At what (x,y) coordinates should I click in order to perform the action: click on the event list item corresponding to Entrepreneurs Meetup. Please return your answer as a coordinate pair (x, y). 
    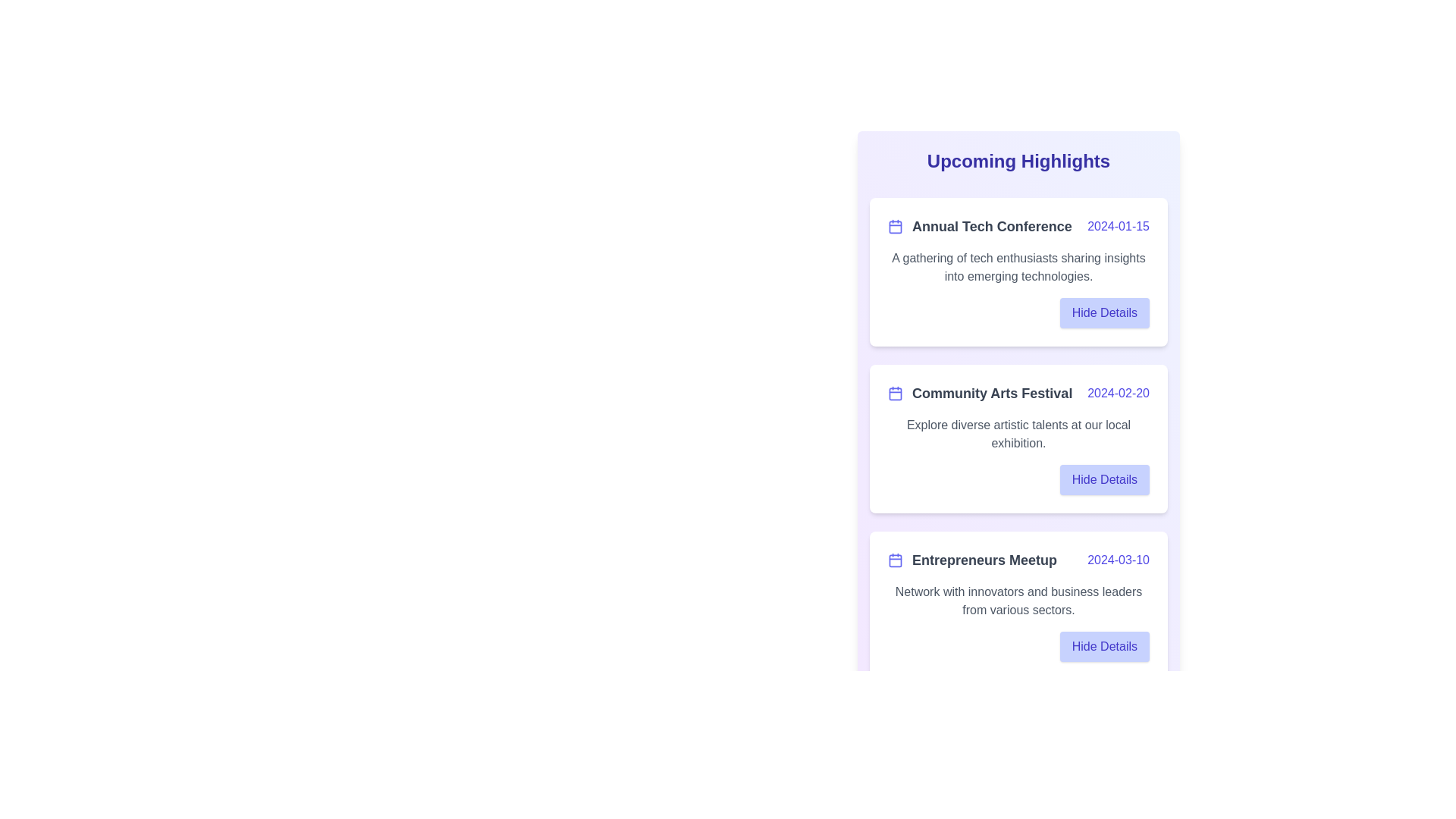
    Looking at the image, I should click on (1018, 604).